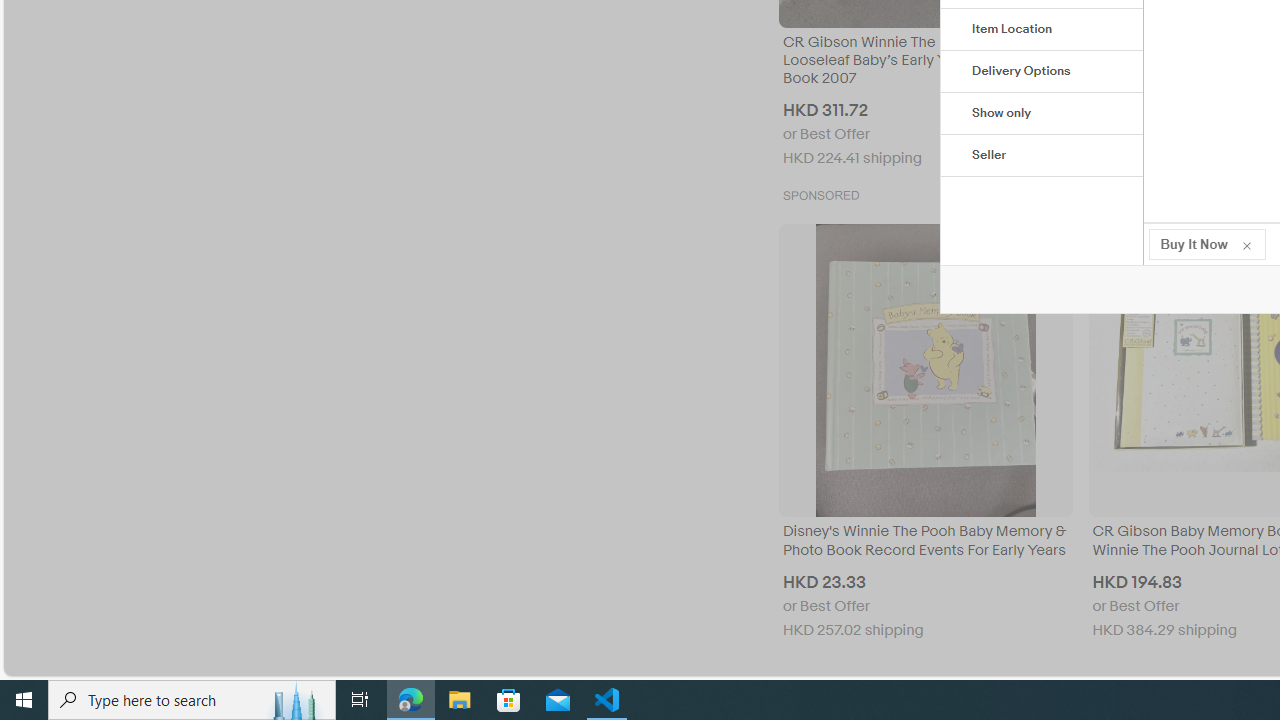  Describe the element at coordinates (1041, 155) in the screenshot. I see `'Seller'` at that location.